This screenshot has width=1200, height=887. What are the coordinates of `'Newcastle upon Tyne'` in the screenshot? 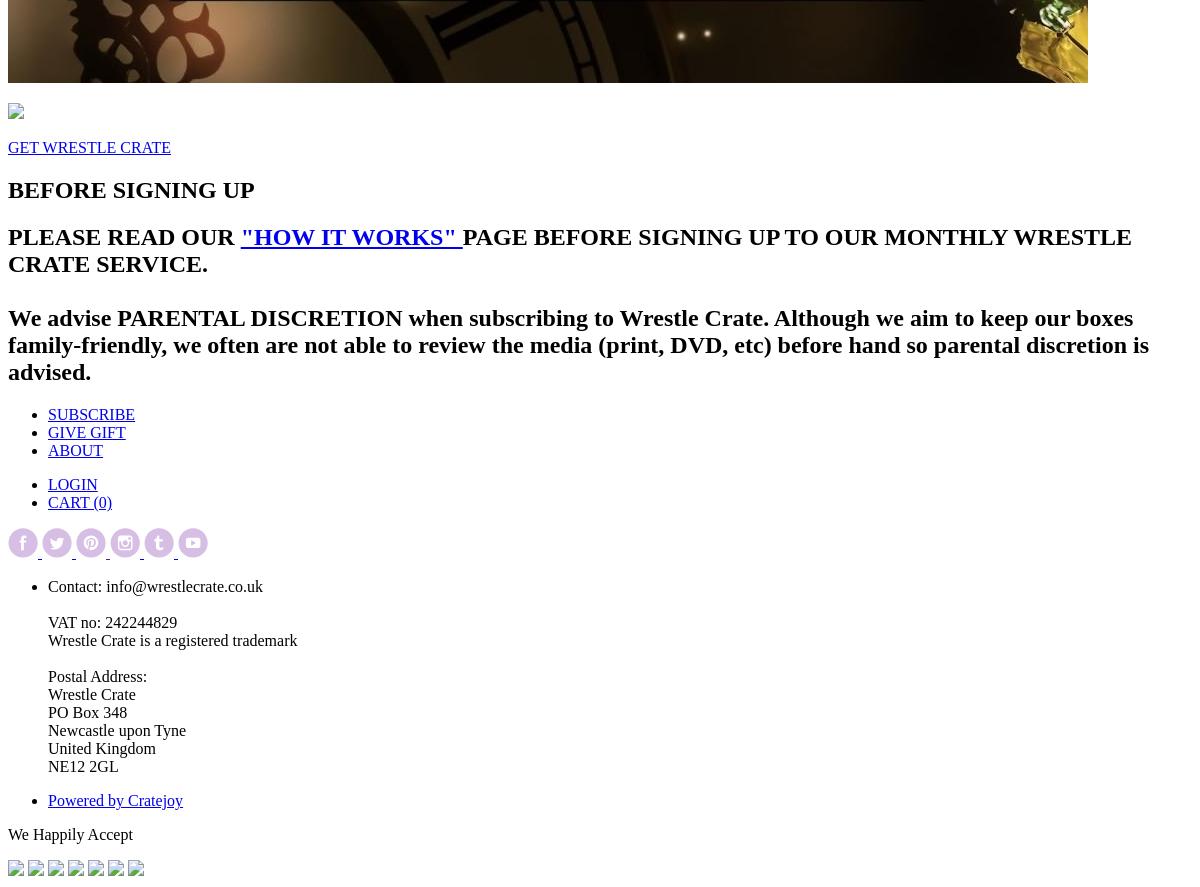 It's located at (117, 730).